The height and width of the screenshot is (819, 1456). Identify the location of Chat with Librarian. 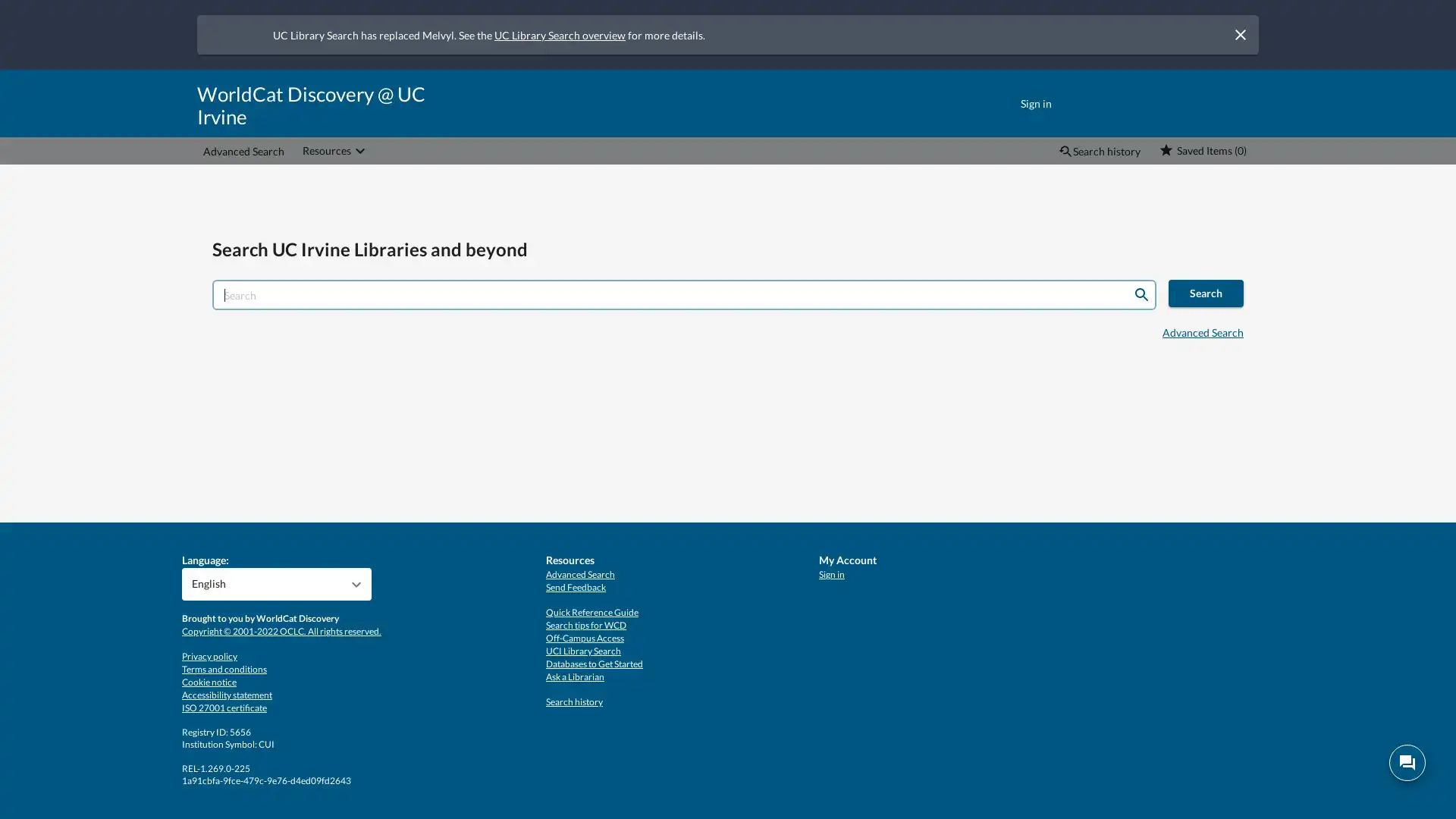
(1407, 763).